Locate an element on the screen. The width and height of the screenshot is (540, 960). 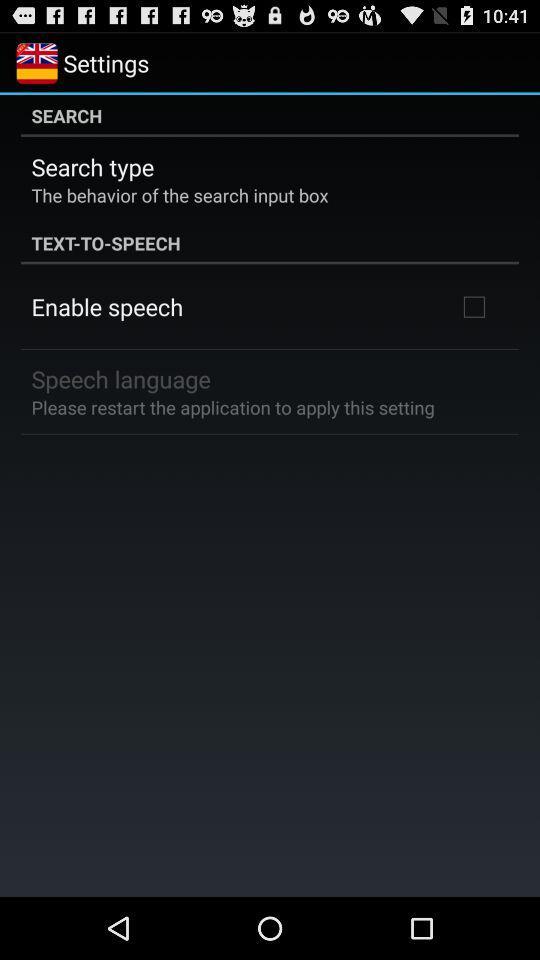
the app next to enable speech app is located at coordinates (473, 306).